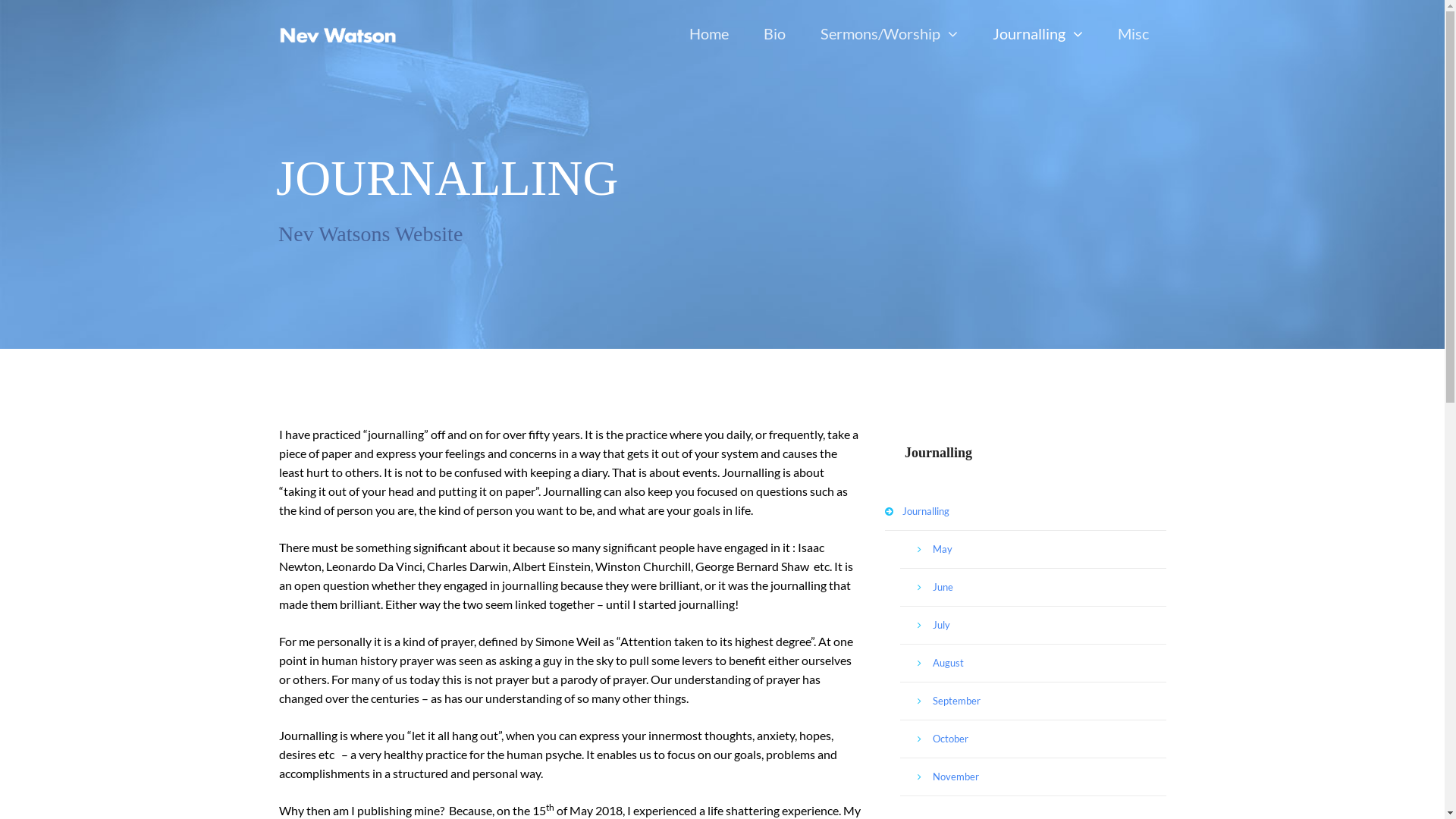 The image size is (1456, 819). Describe the element at coordinates (1032, 626) in the screenshot. I see `'July'` at that location.